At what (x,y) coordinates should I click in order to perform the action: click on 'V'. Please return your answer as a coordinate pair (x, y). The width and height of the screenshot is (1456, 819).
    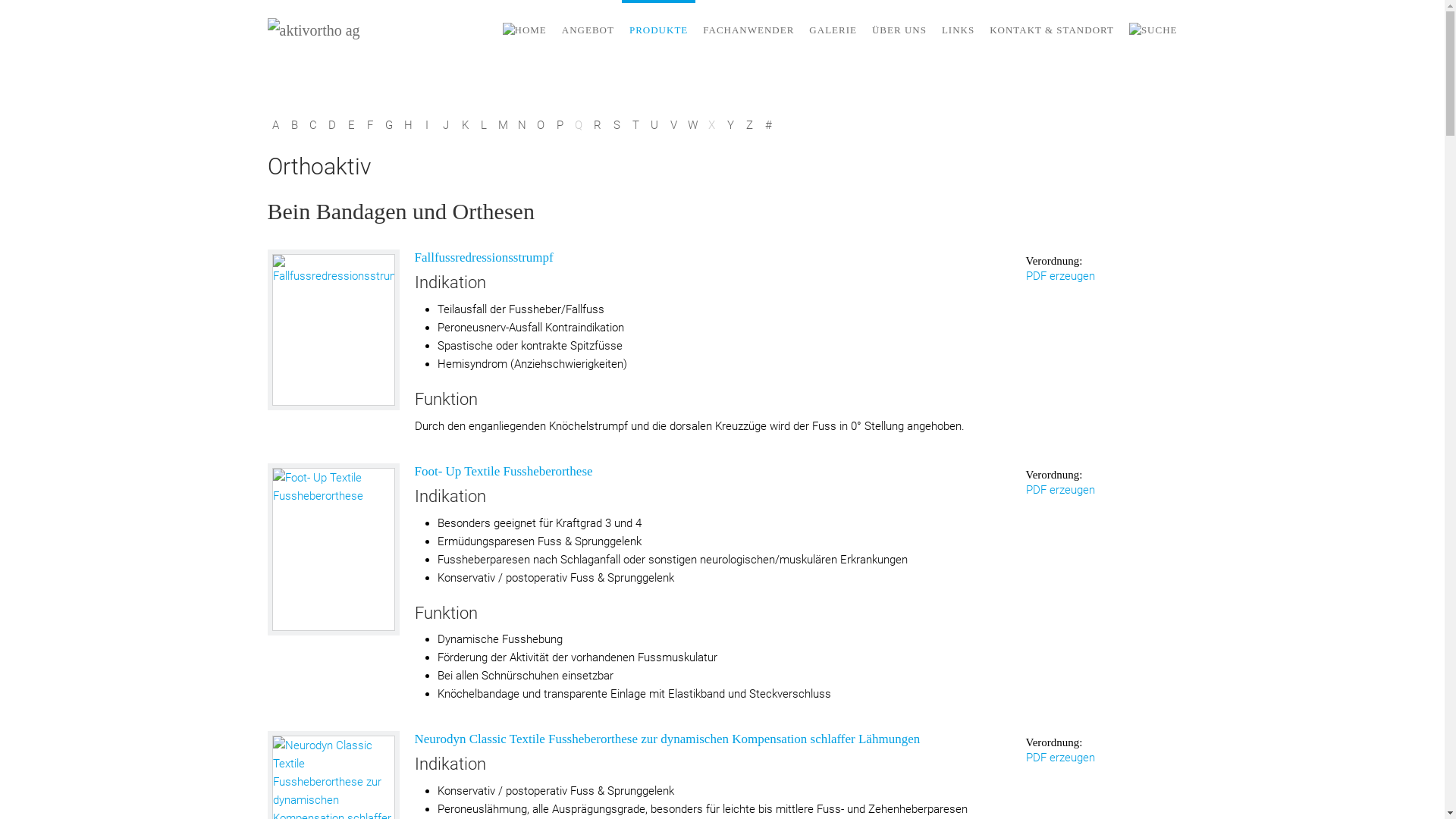
    Looking at the image, I should click on (673, 124).